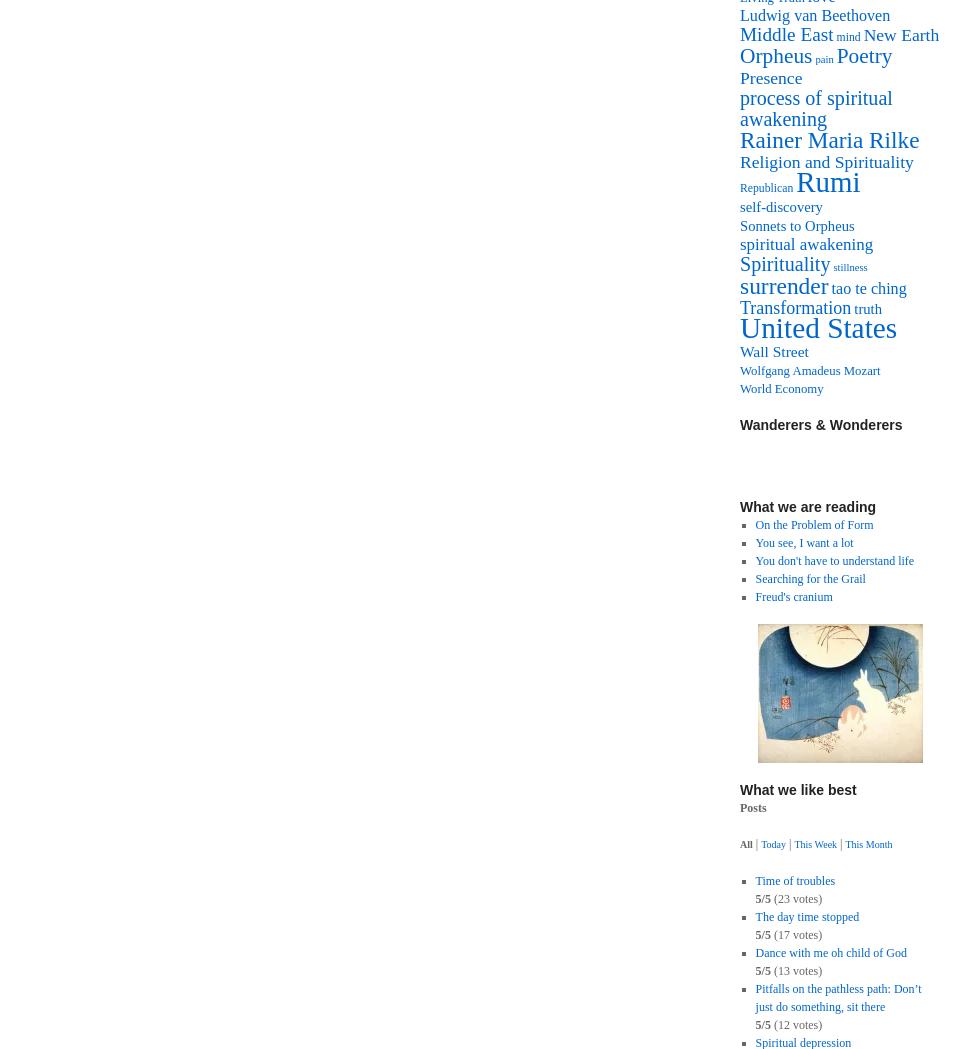  Describe the element at coordinates (807, 914) in the screenshot. I see `'The day time stopped'` at that location.